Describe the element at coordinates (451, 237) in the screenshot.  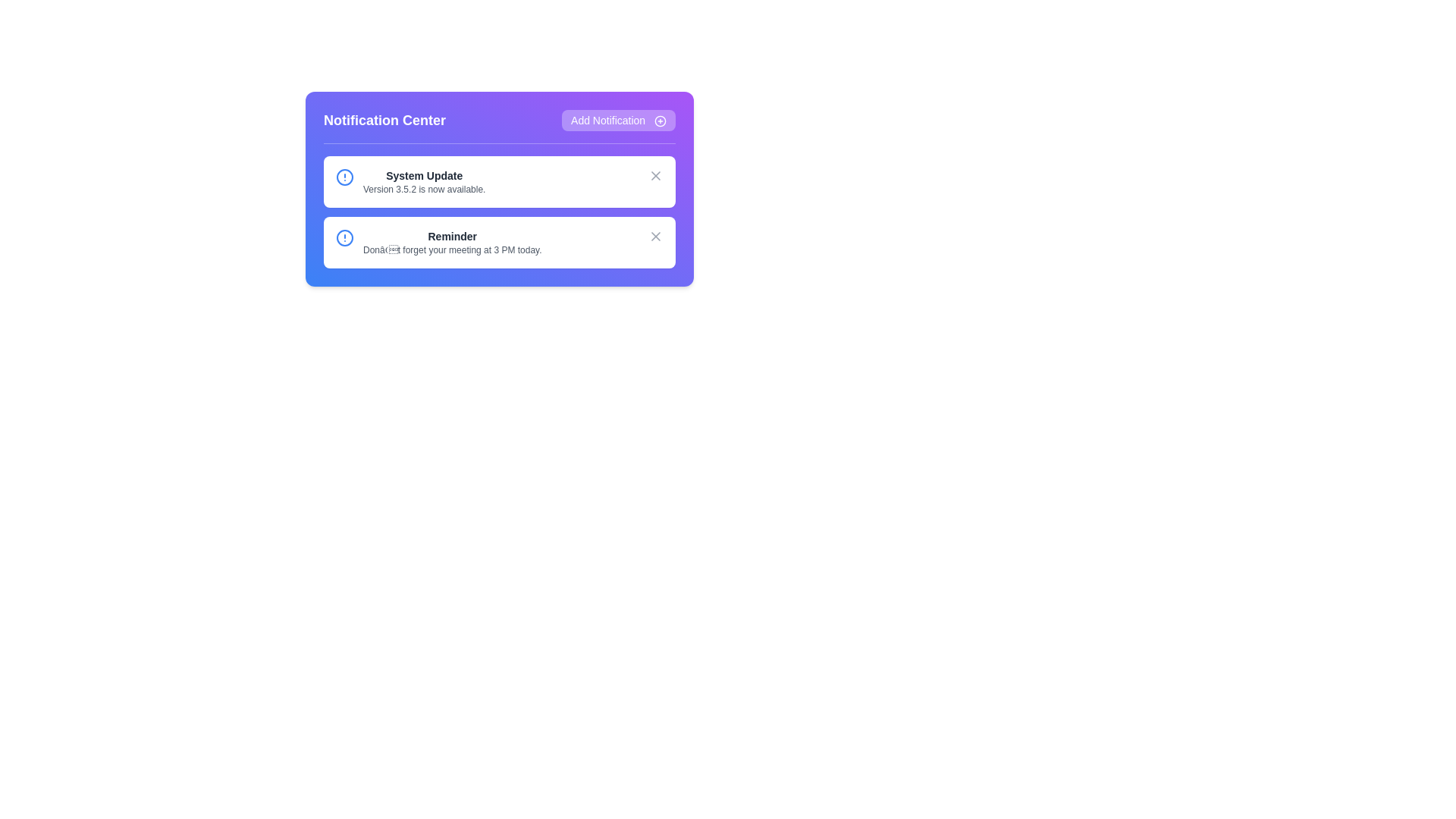
I see `the static text element displaying the word 'Reminder' in bold grayish-black font, located at the top-left edge of the notification card` at that location.